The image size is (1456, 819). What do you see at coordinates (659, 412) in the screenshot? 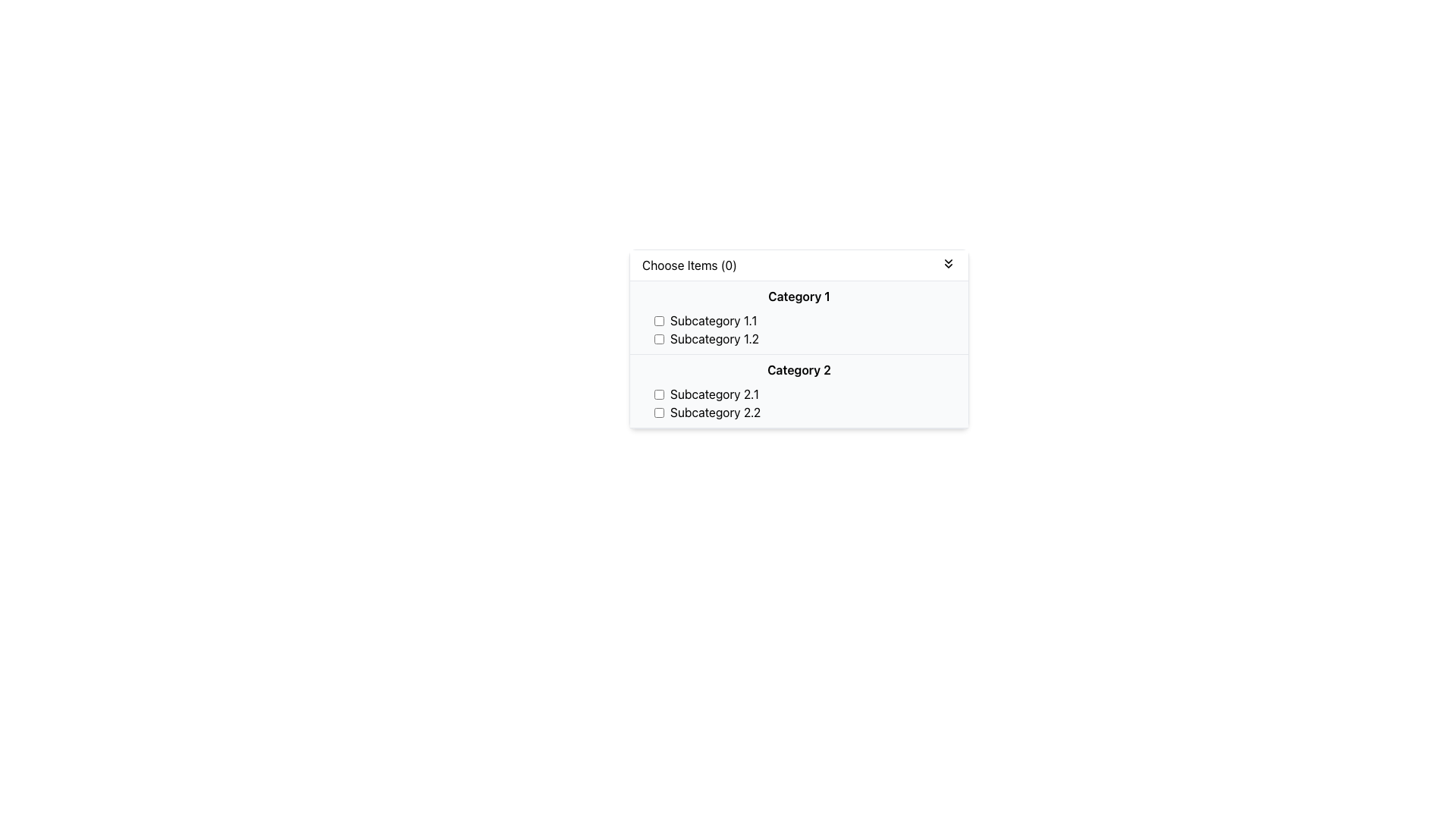
I see `the checkbox labeled 'Subcategory 2.2' which is located to the left of the text within a dropdown selection box under 'Category 2'` at bounding box center [659, 412].